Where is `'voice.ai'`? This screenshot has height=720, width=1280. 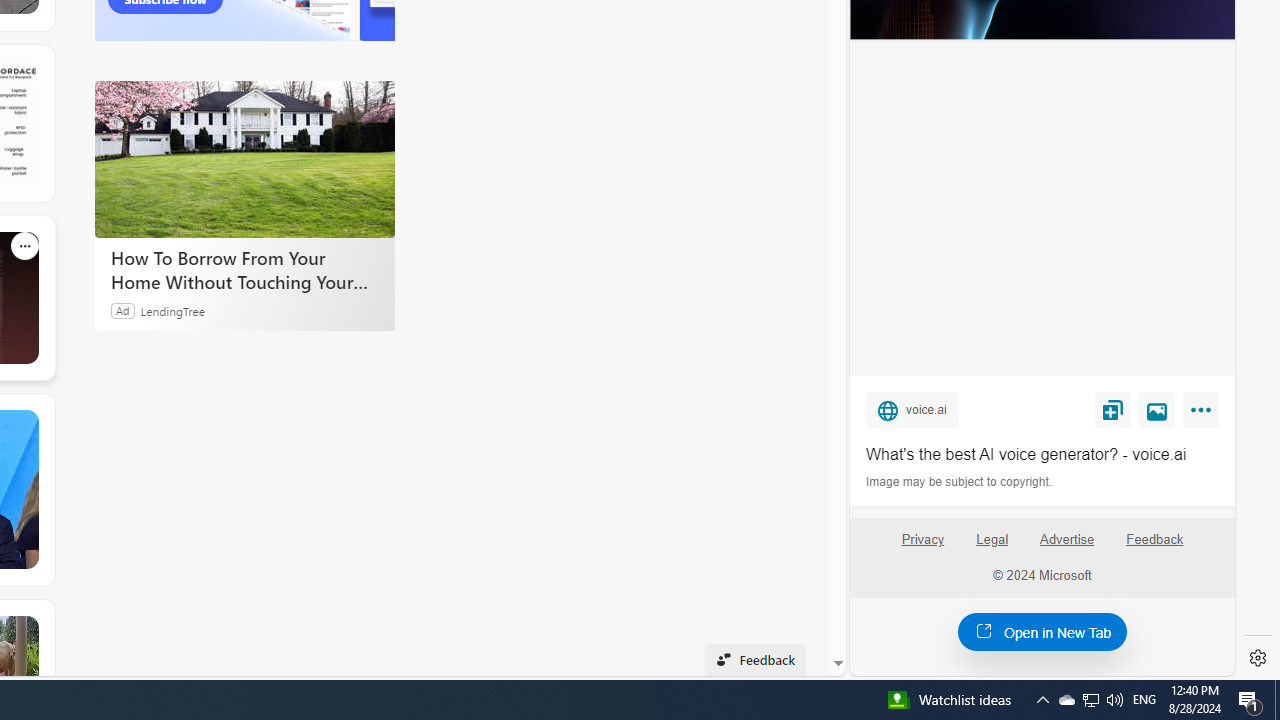 'voice.ai' is located at coordinates (911, 408).